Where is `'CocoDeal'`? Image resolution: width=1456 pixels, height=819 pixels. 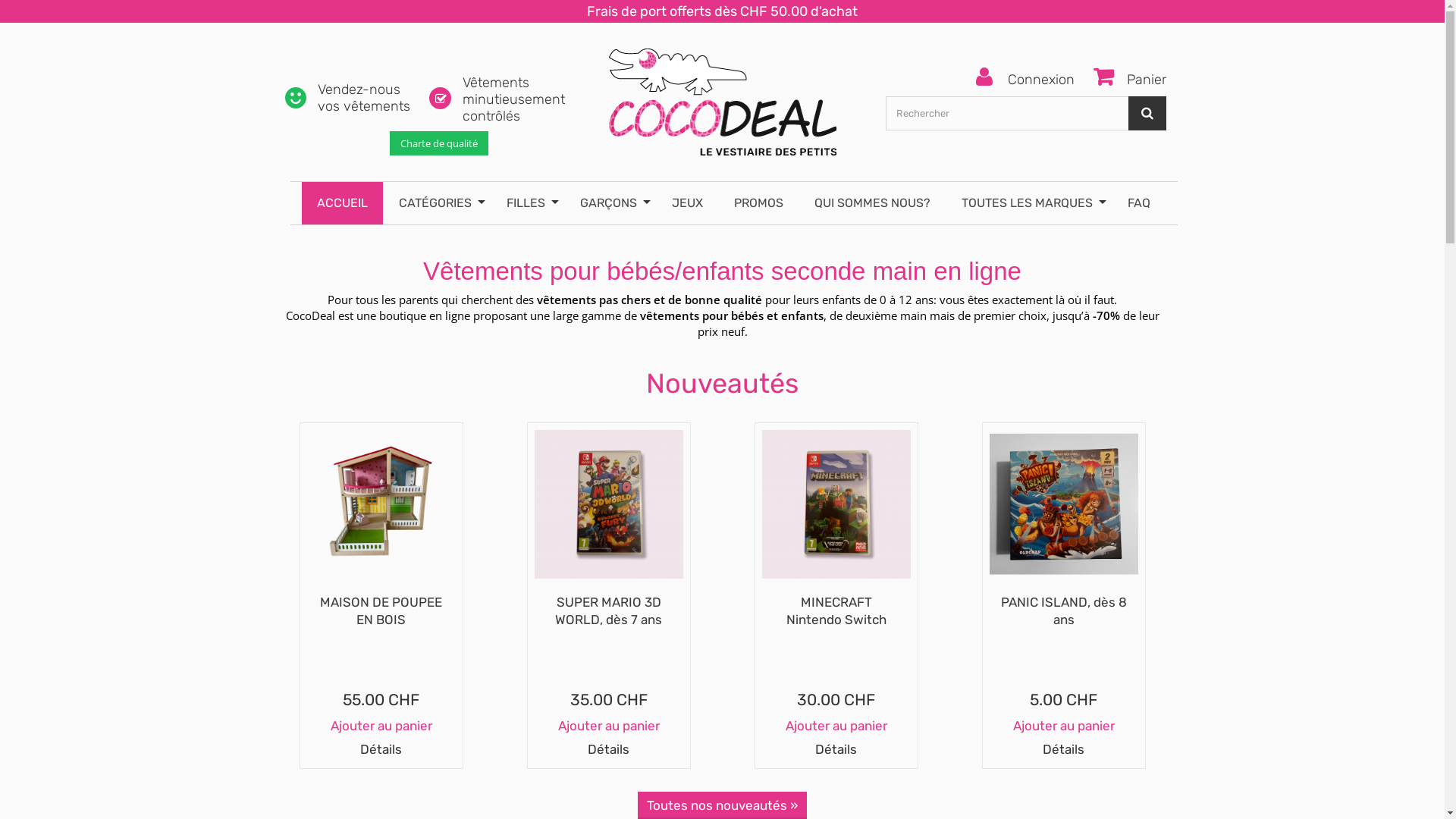
'CocoDeal' is located at coordinates (720, 94).